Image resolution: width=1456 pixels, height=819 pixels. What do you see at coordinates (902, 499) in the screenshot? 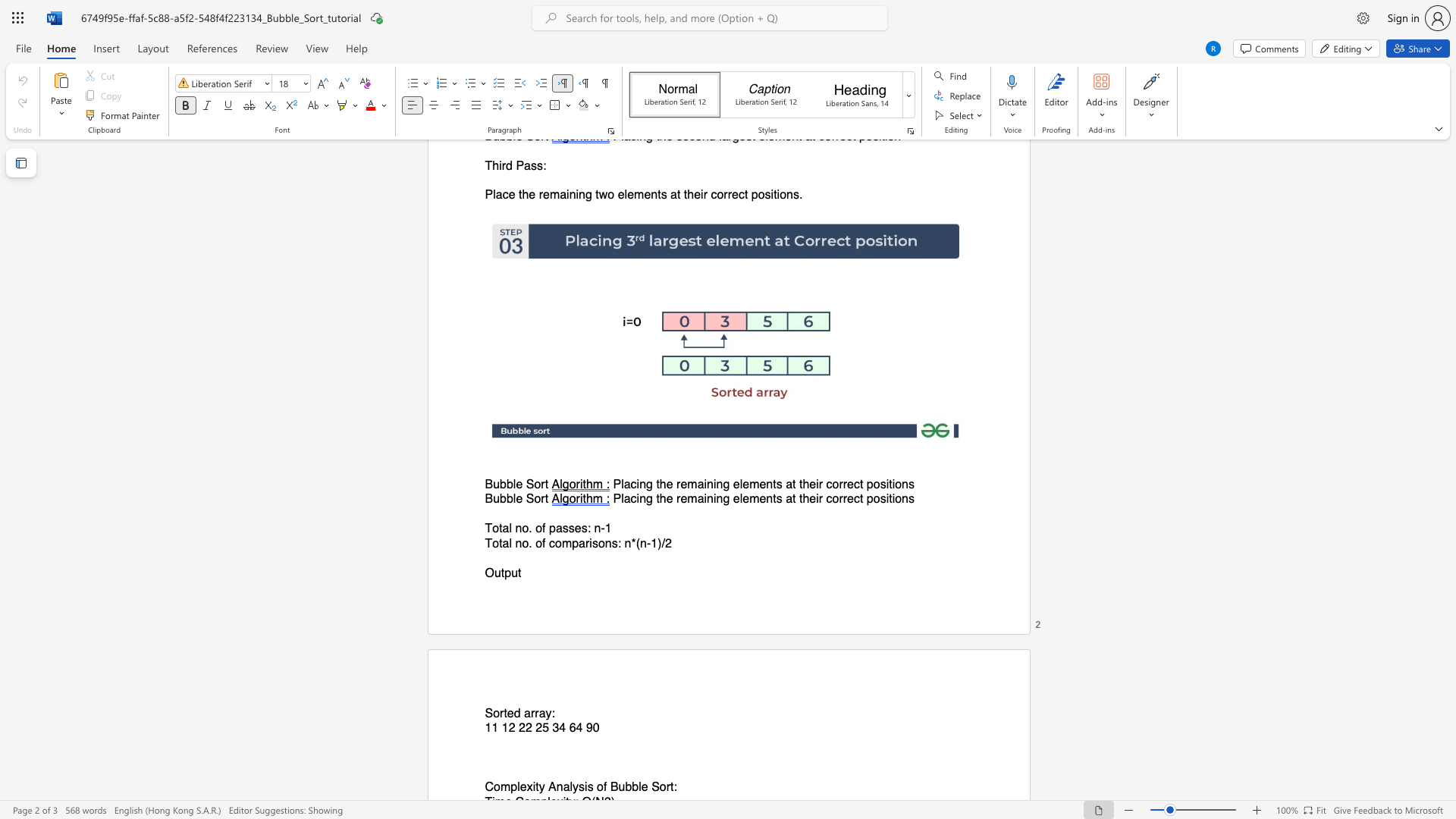
I see `the subset text "ns" within the text "Placing the remaining elements at their correct positions"` at bounding box center [902, 499].